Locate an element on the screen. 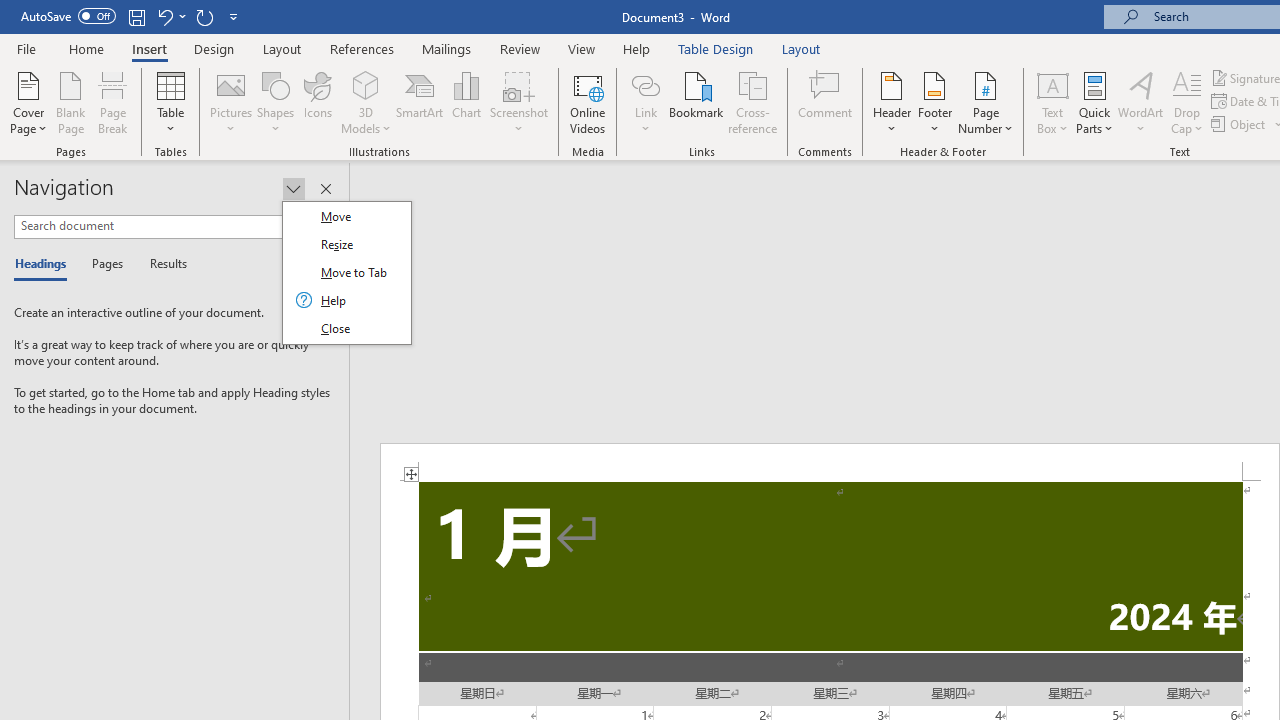 The width and height of the screenshot is (1280, 720). 'Quick Parts' is located at coordinates (1094, 103).